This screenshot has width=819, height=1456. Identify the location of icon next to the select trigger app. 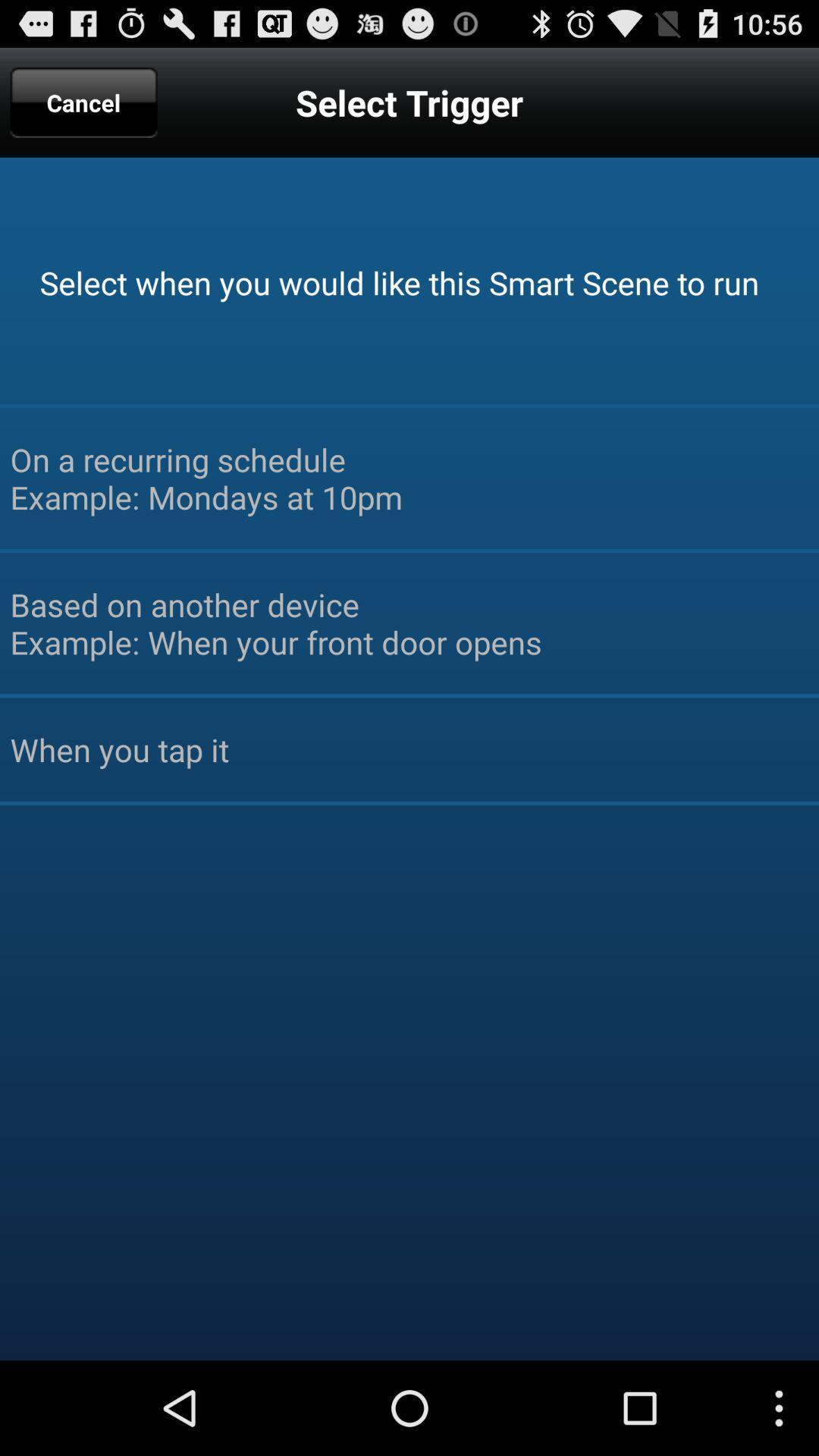
(83, 102).